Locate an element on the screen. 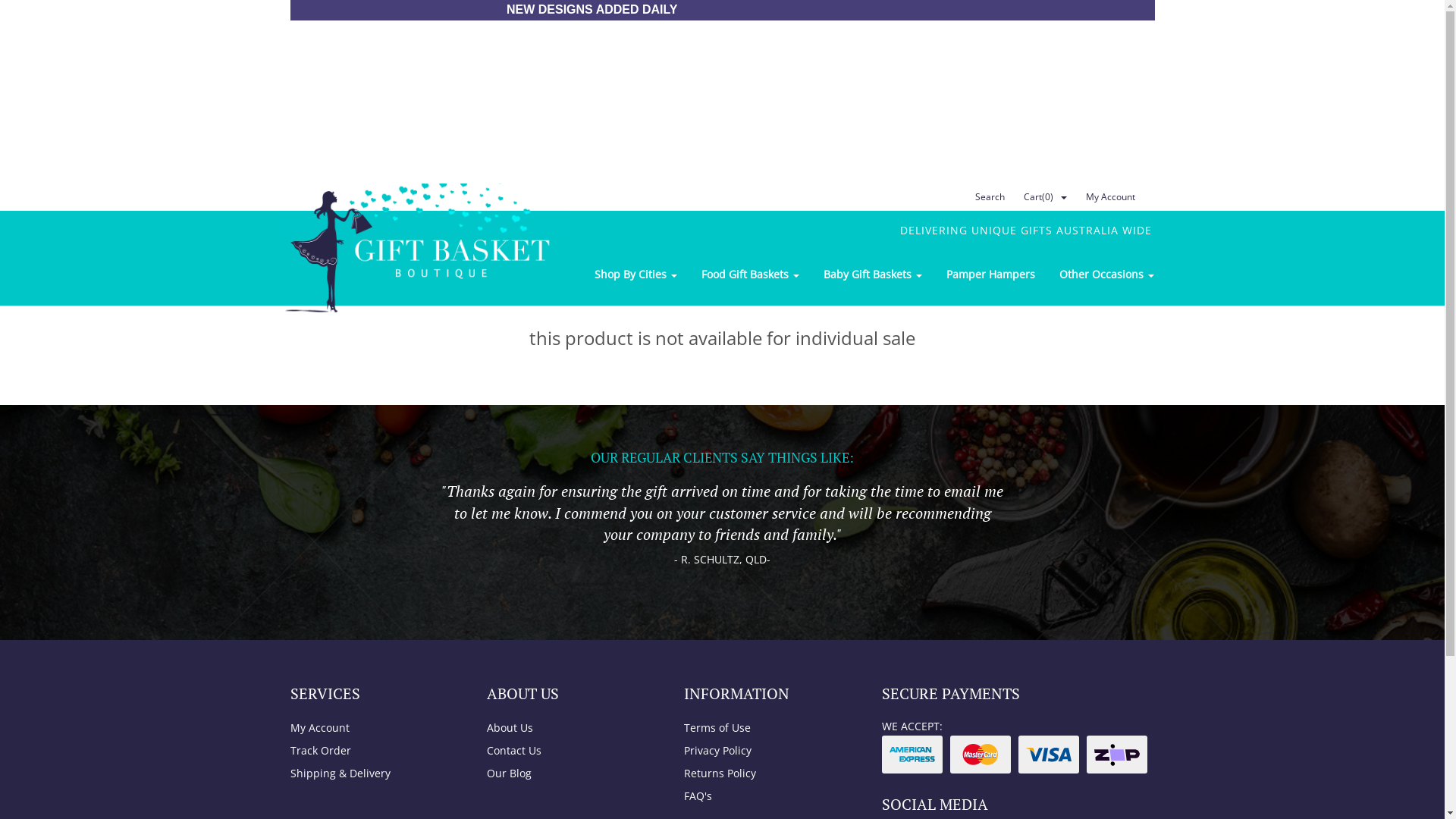  'Other Occasions' is located at coordinates (1046, 275).